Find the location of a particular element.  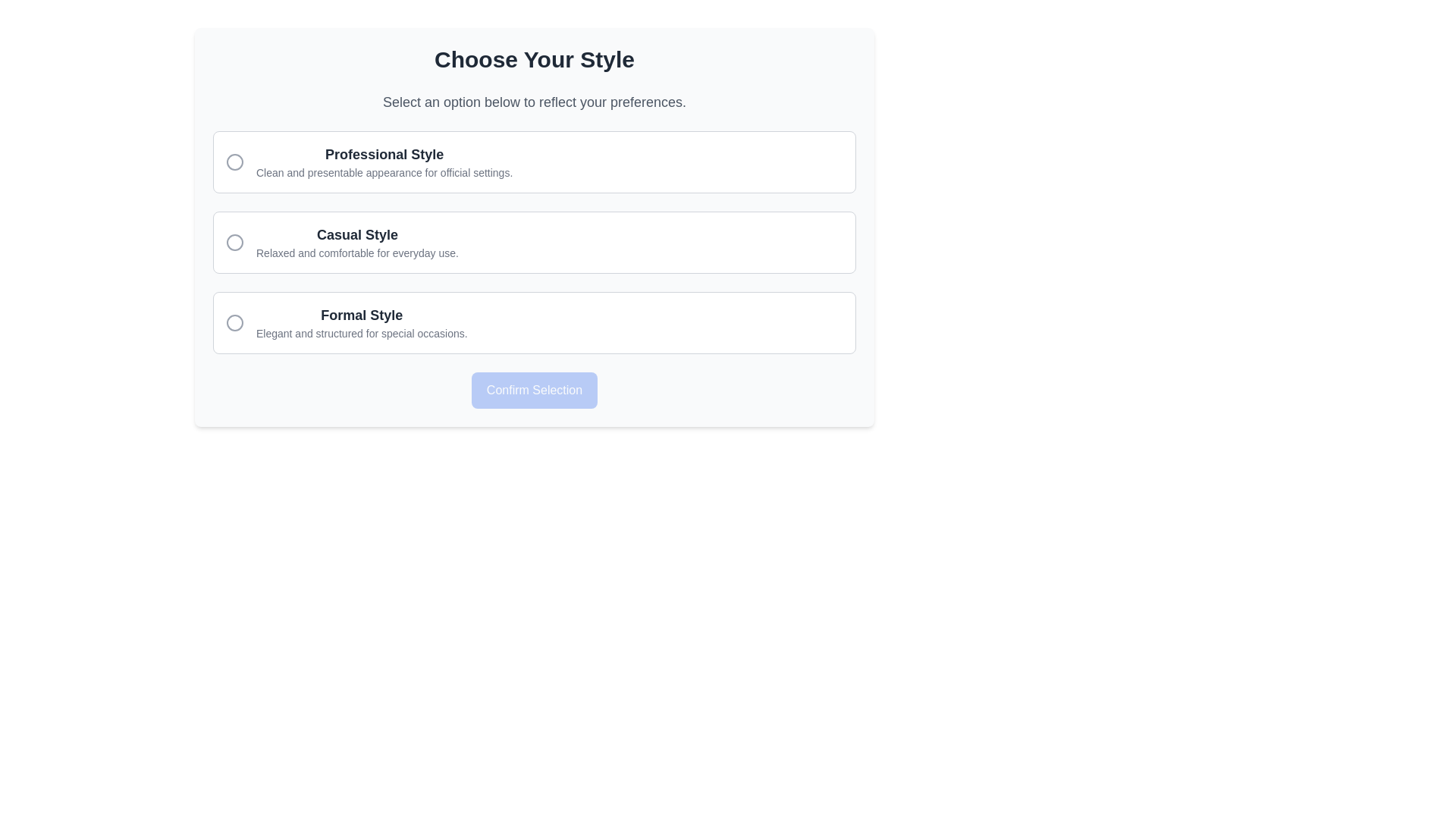

the circular radio button indicator to the left of the 'Professional Style' option is located at coordinates (234, 162).